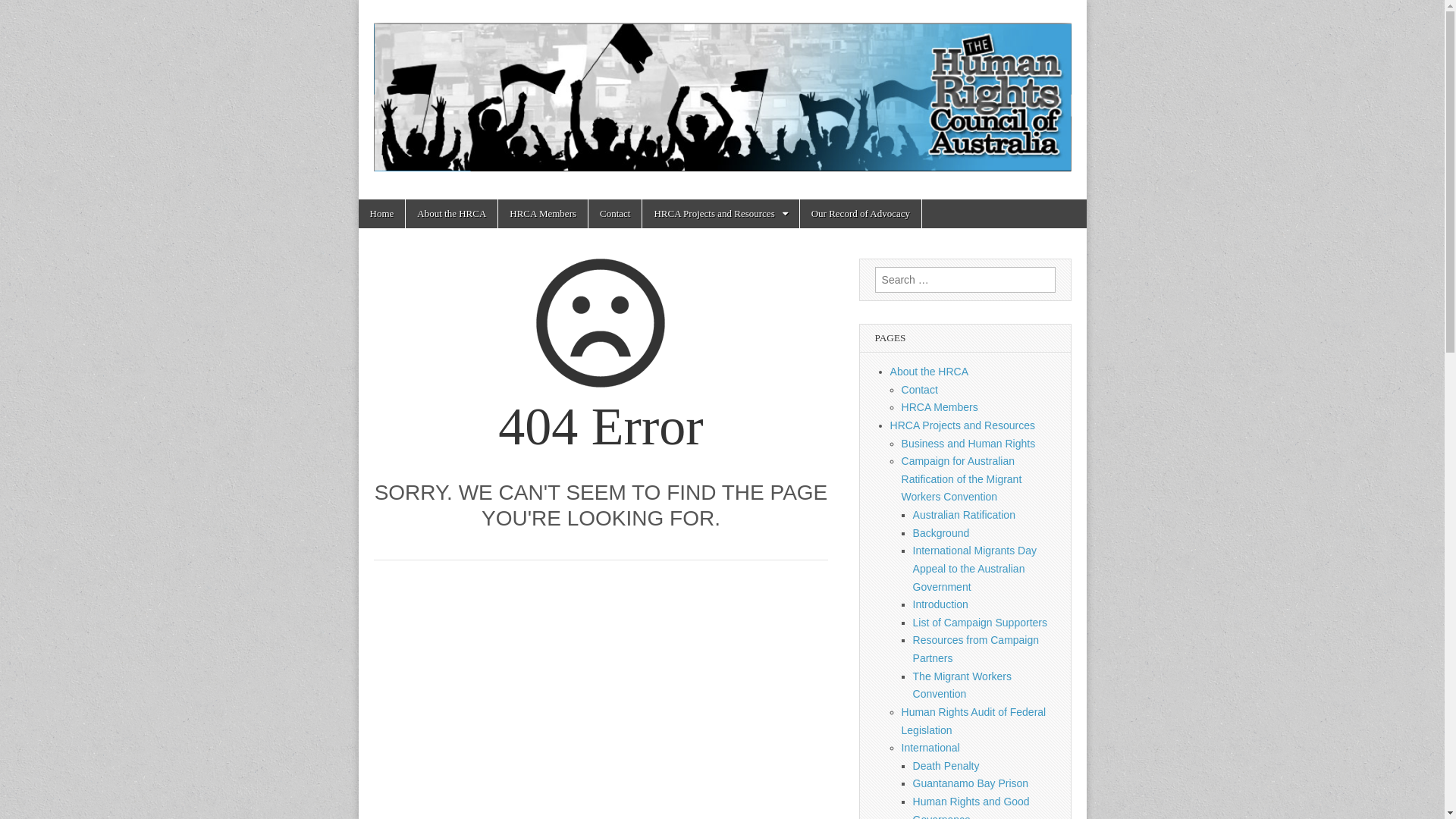  What do you see at coordinates (615, 213) in the screenshot?
I see `'Contact'` at bounding box center [615, 213].